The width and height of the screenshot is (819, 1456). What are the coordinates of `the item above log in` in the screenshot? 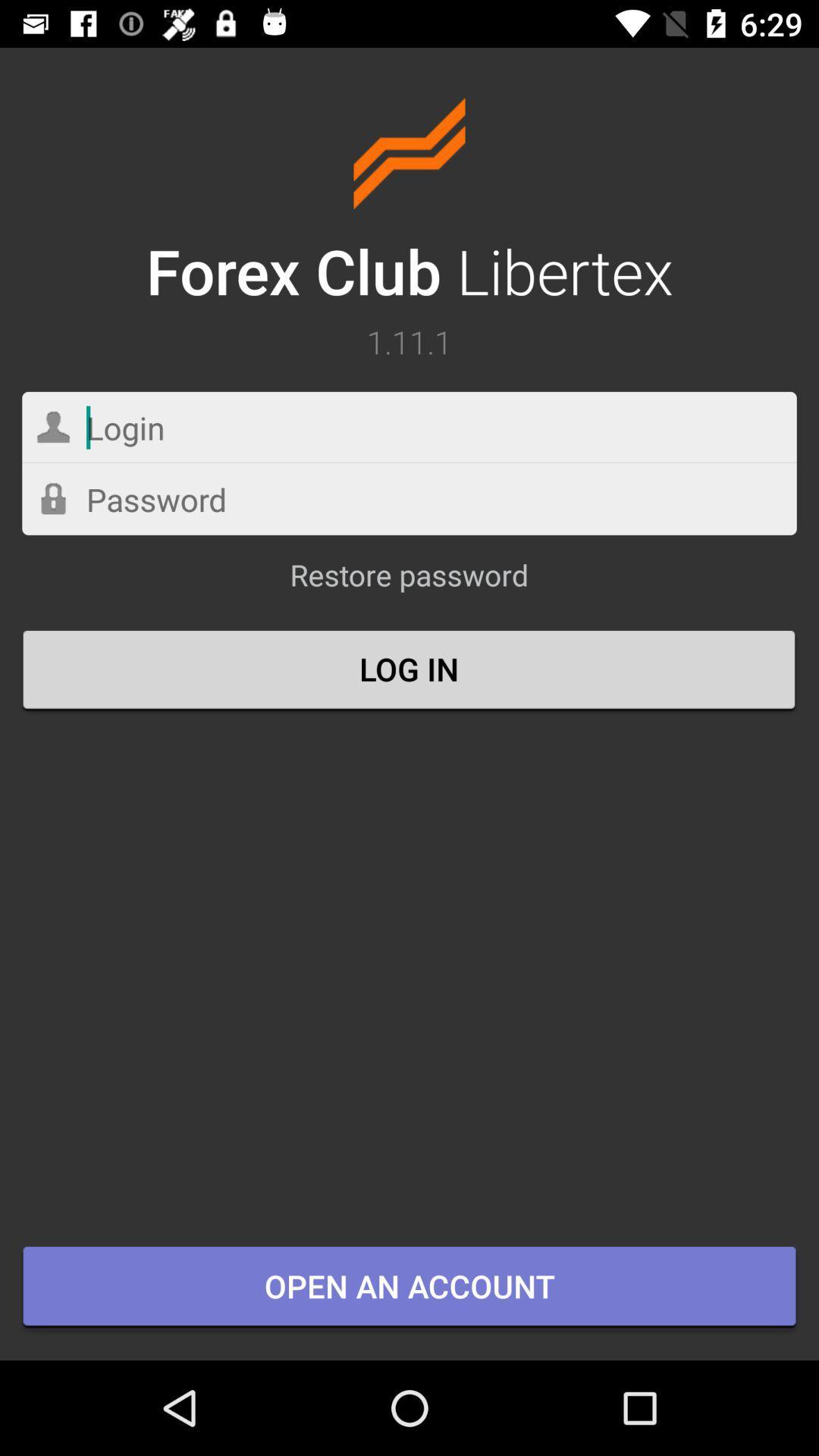 It's located at (408, 582).